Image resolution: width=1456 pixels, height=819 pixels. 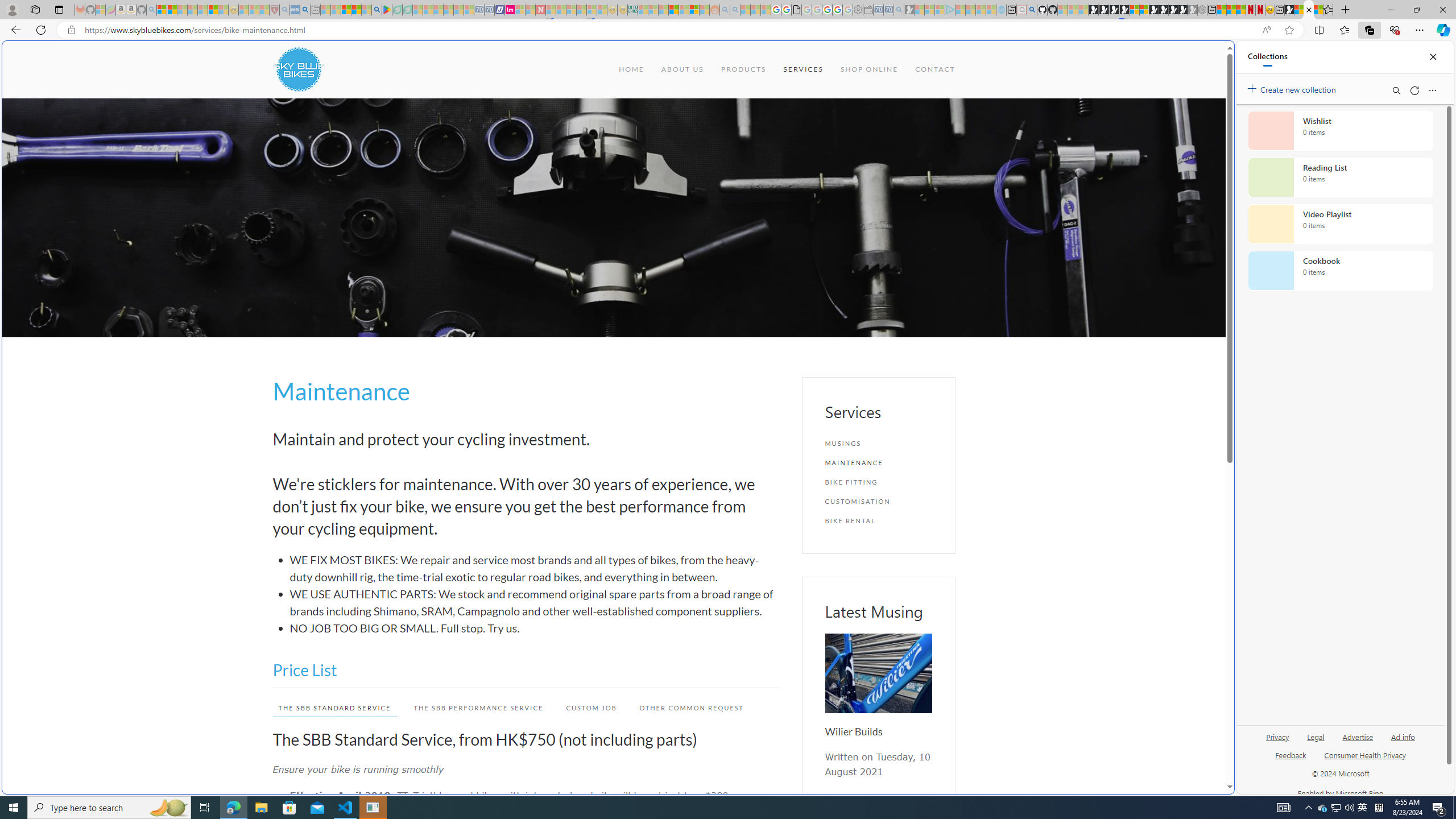 What do you see at coordinates (908, 9) in the screenshot?
I see `'Microsoft Start Gaming - Sleeping'` at bounding box center [908, 9].